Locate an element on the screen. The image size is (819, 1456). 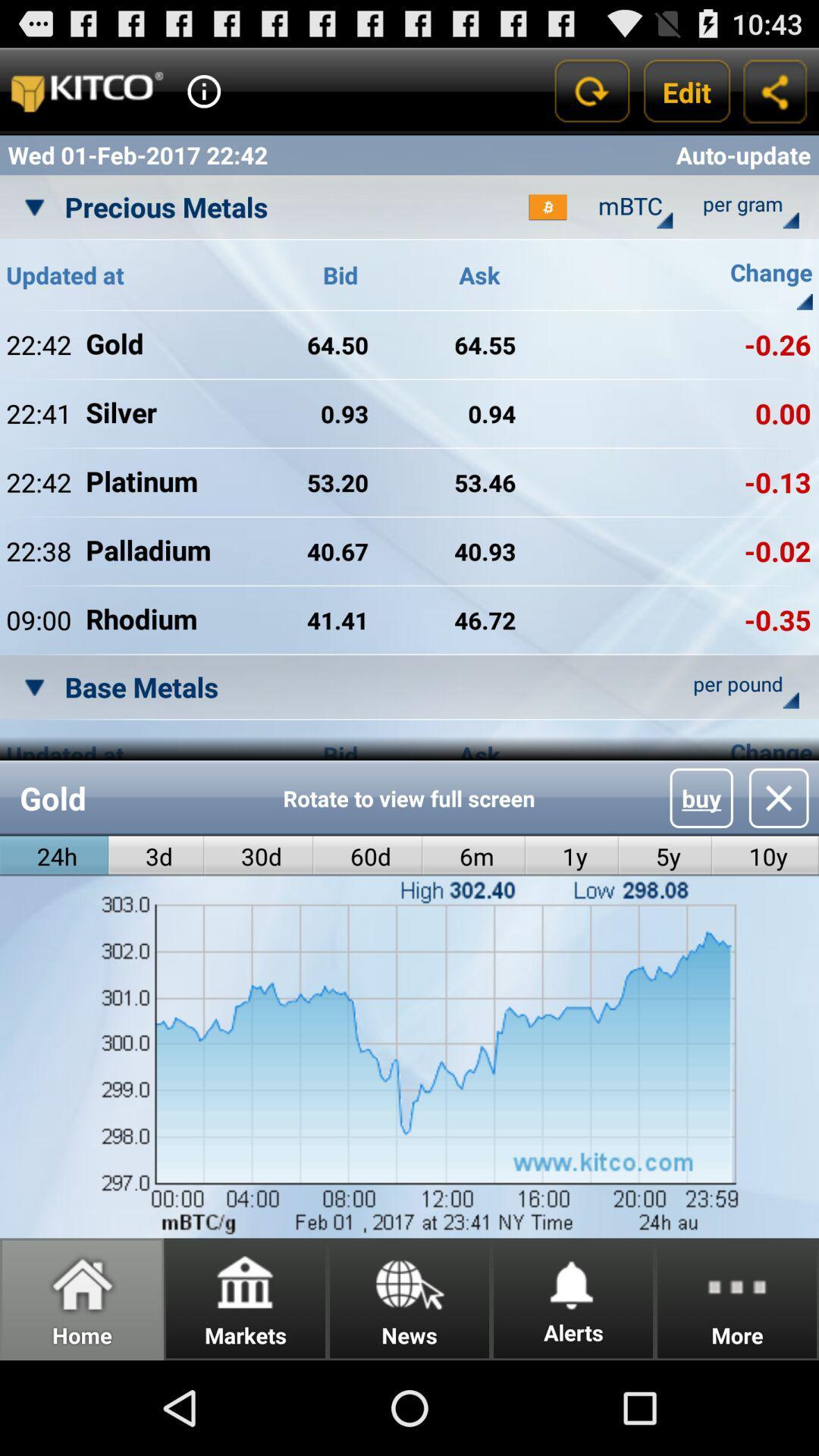
1y icon is located at coordinates (572, 856).